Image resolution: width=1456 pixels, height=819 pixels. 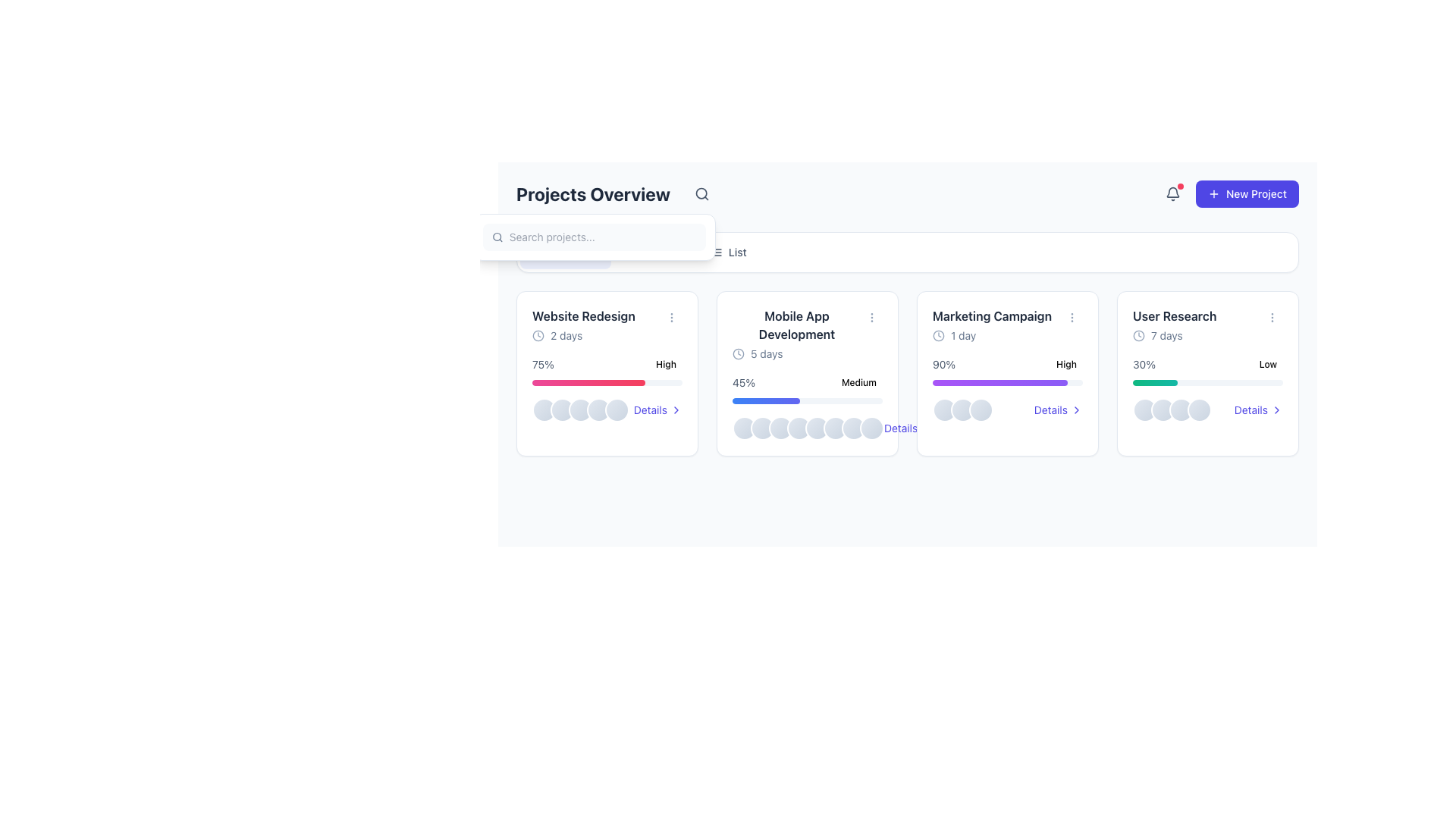 What do you see at coordinates (992, 315) in the screenshot?
I see `the title label of the 'Marketing Campaign' project card, which is located at the top of the third card from the left in a horizontally aligned row` at bounding box center [992, 315].